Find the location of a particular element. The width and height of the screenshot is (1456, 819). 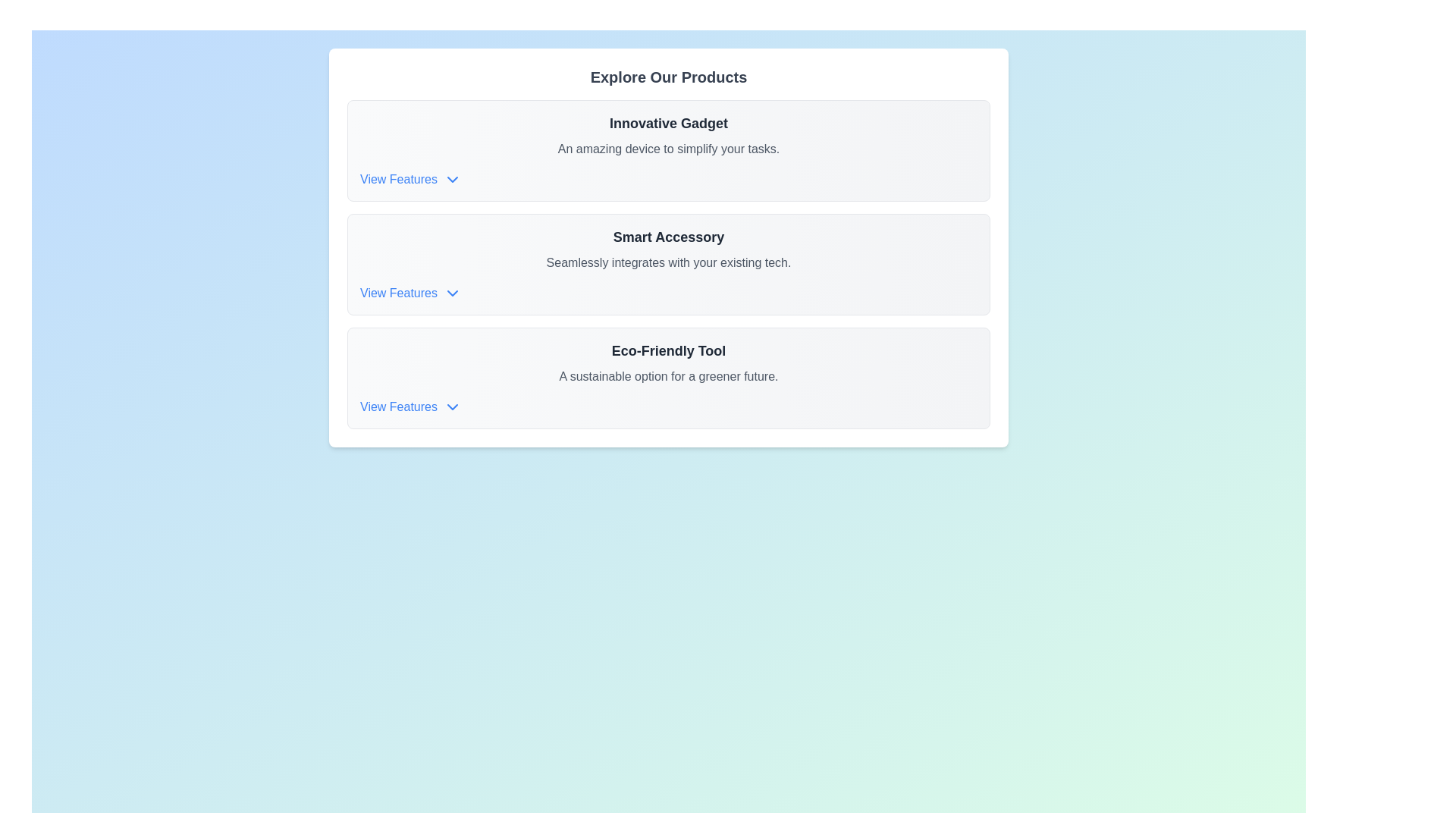

the presentation card titled 'Smart Accessory' is located at coordinates (668, 247).